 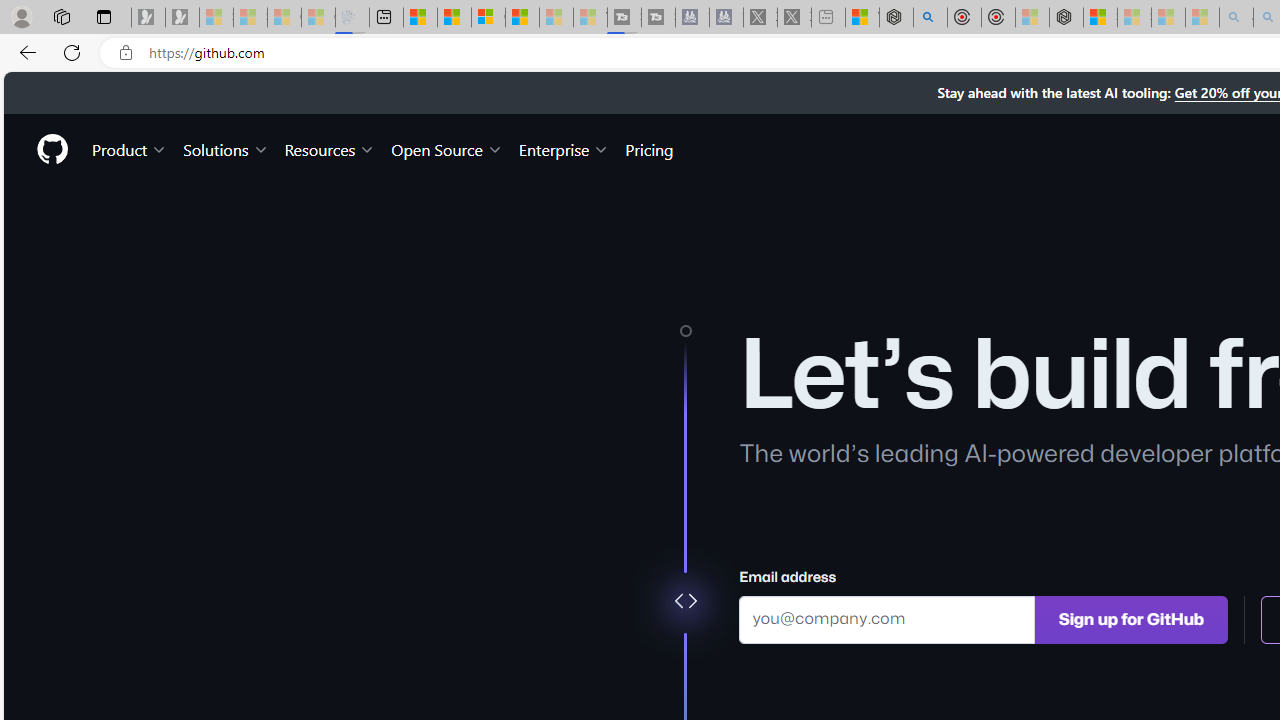 What do you see at coordinates (929, 17) in the screenshot?
I see `'poe - Search'` at bounding box center [929, 17].